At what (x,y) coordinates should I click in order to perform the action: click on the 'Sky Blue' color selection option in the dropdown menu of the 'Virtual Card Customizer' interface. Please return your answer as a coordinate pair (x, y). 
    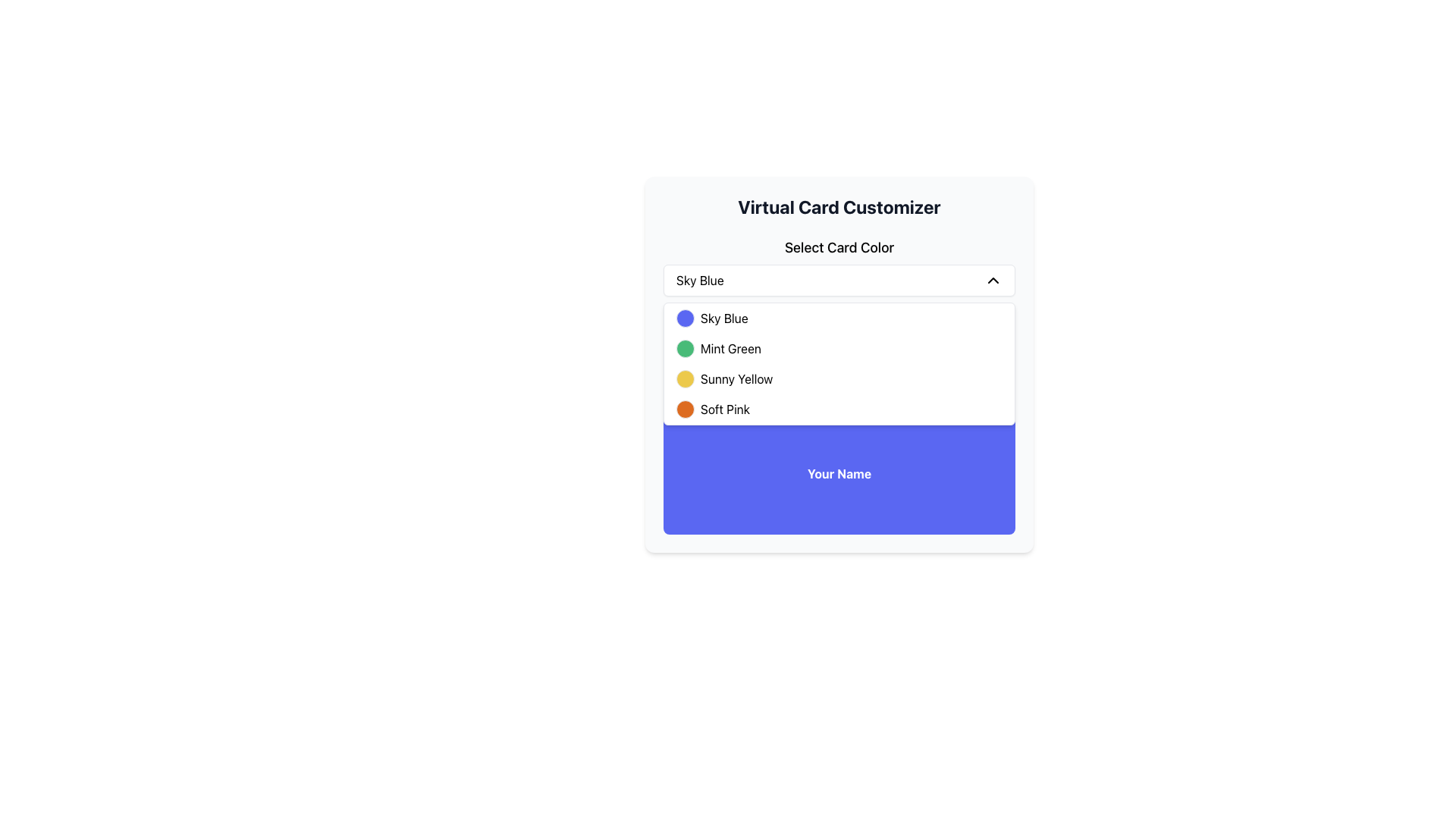
    Looking at the image, I should click on (839, 318).